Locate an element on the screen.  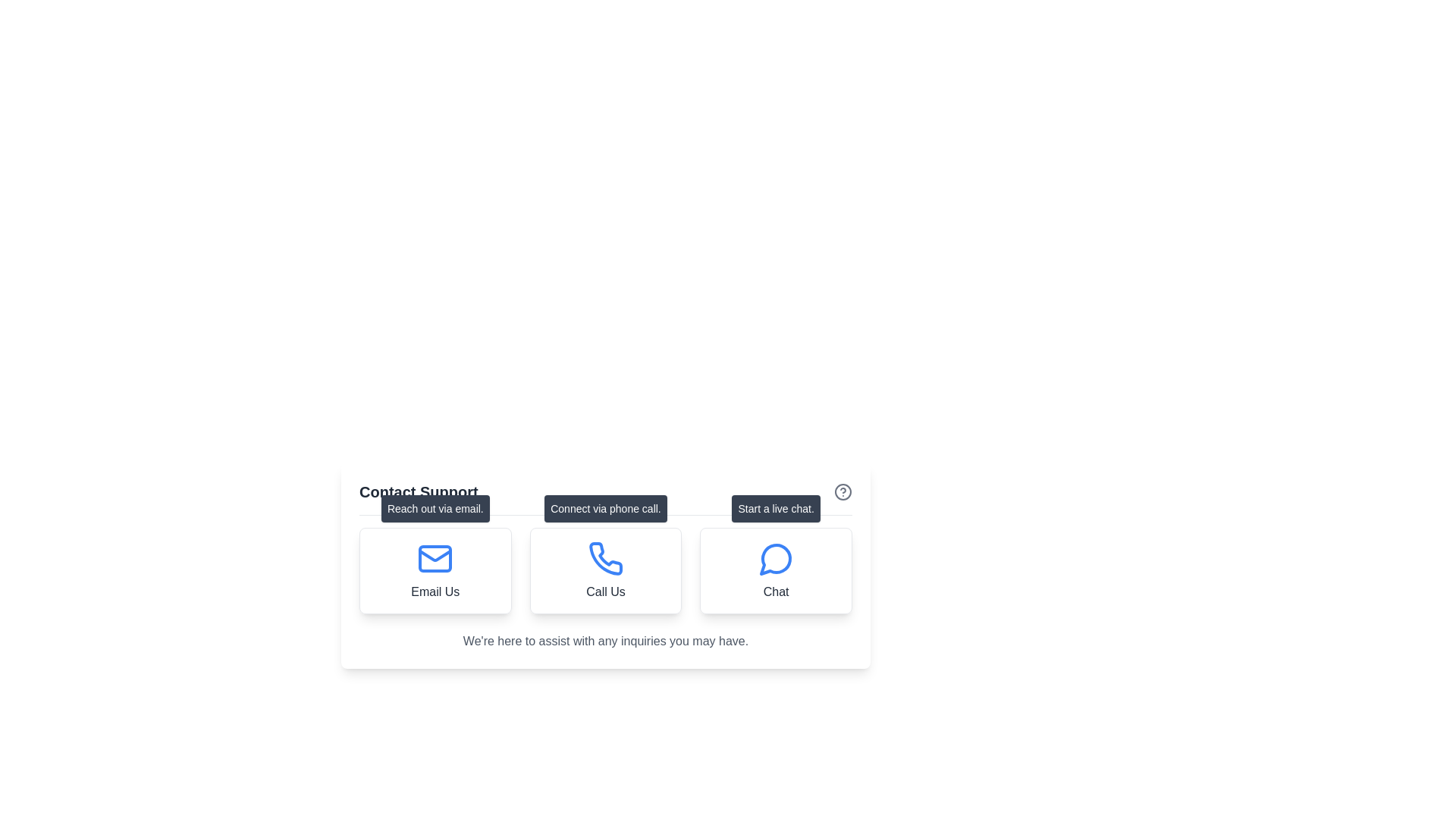
the circular shape element that is part of the circle-question-mark icon located in the top-right corner of the support widget interface is located at coordinates (843, 491).